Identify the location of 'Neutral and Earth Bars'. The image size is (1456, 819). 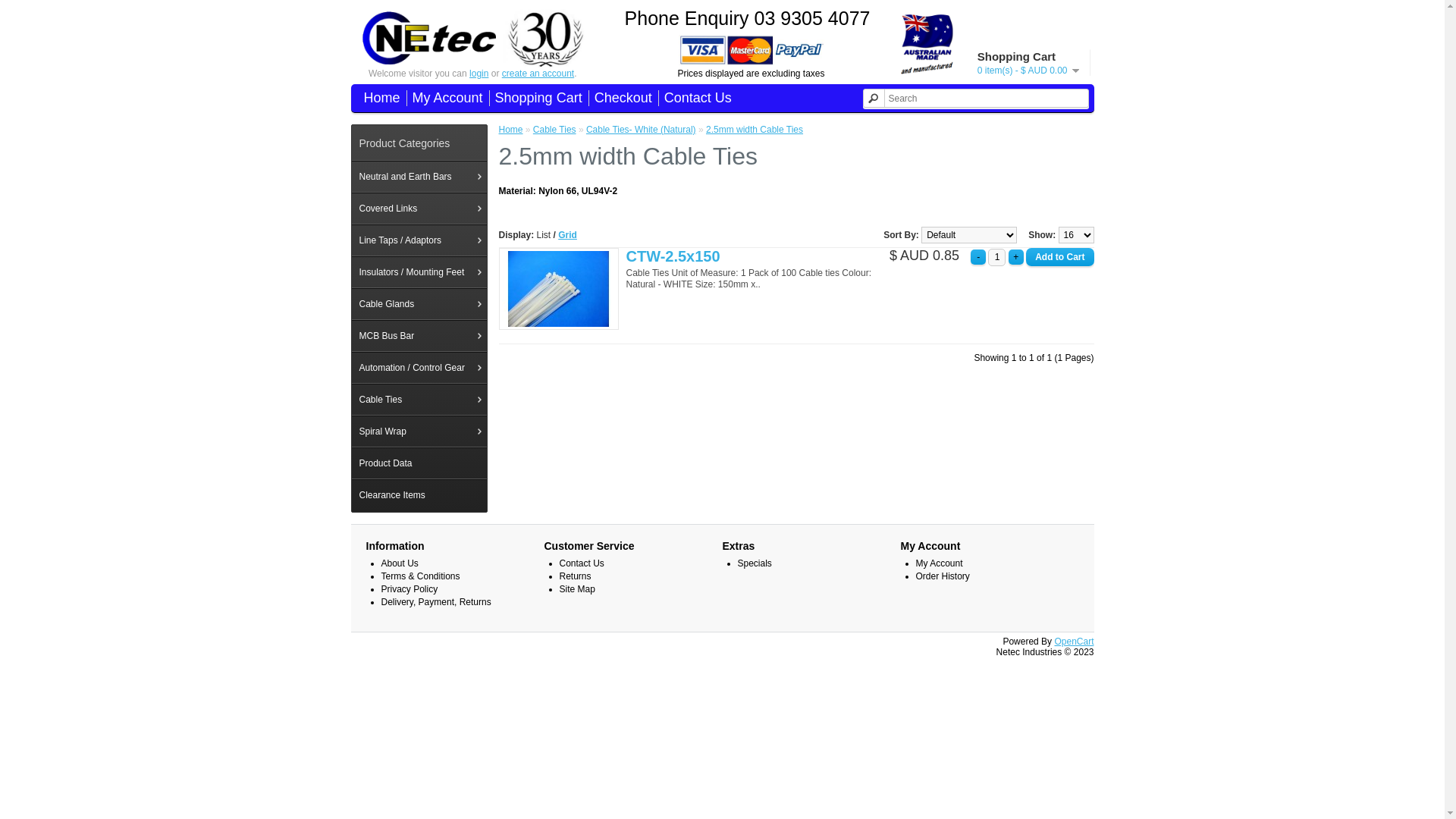
(419, 175).